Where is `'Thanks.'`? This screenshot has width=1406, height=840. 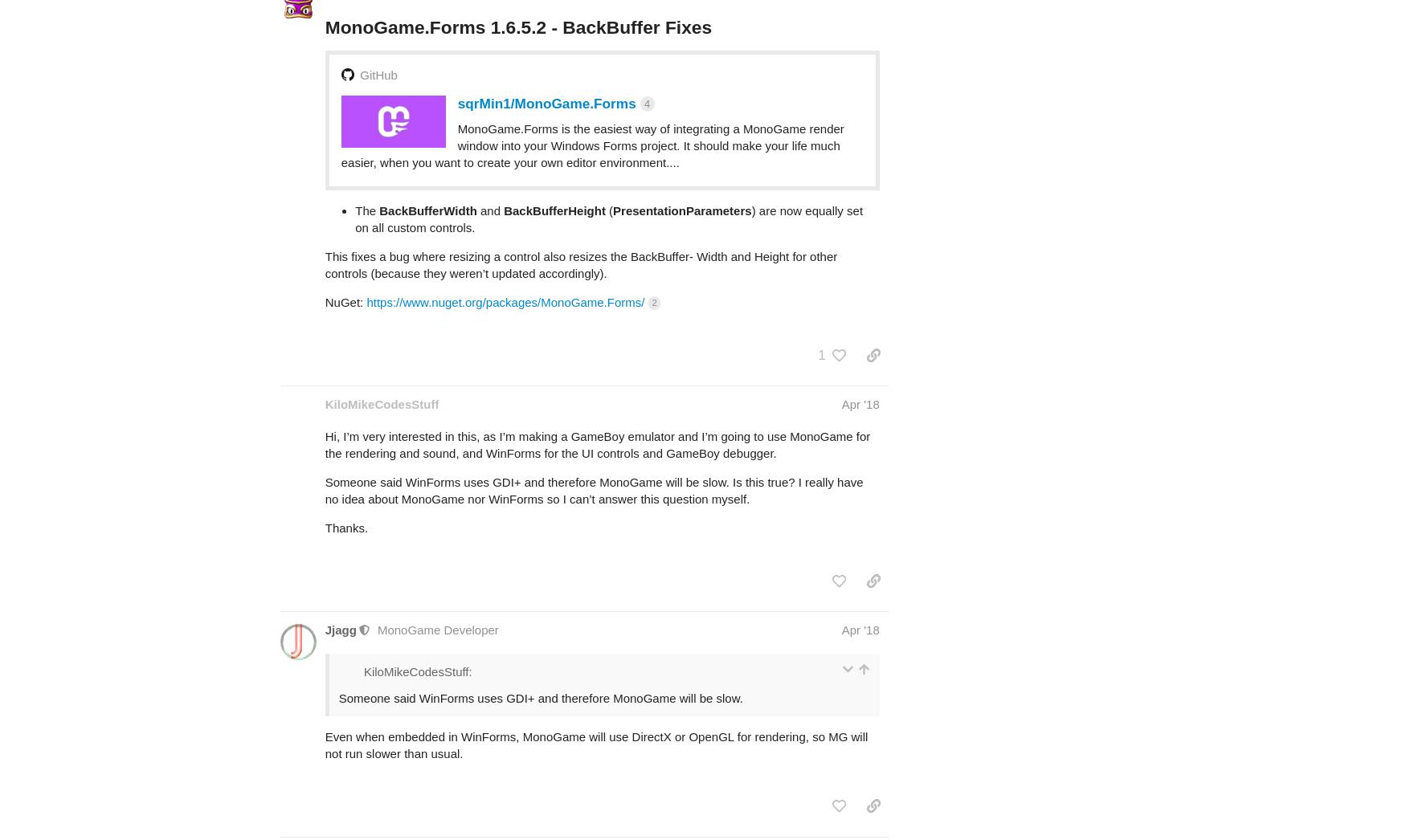 'Thanks.' is located at coordinates (345, 464).